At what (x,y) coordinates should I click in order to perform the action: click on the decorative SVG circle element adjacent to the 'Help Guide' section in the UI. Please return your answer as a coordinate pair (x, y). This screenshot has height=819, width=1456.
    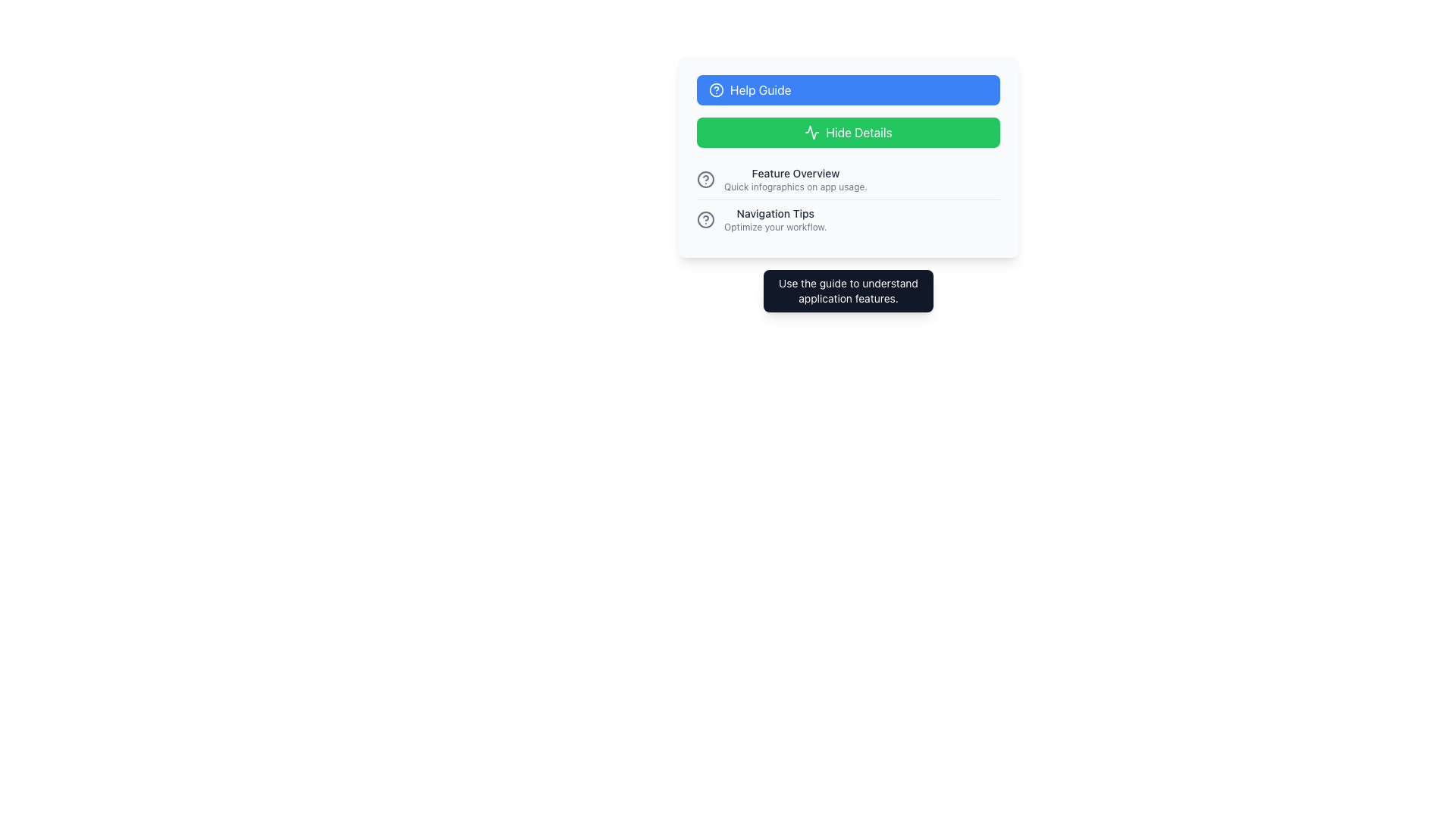
    Looking at the image, I should click on (705, 219).